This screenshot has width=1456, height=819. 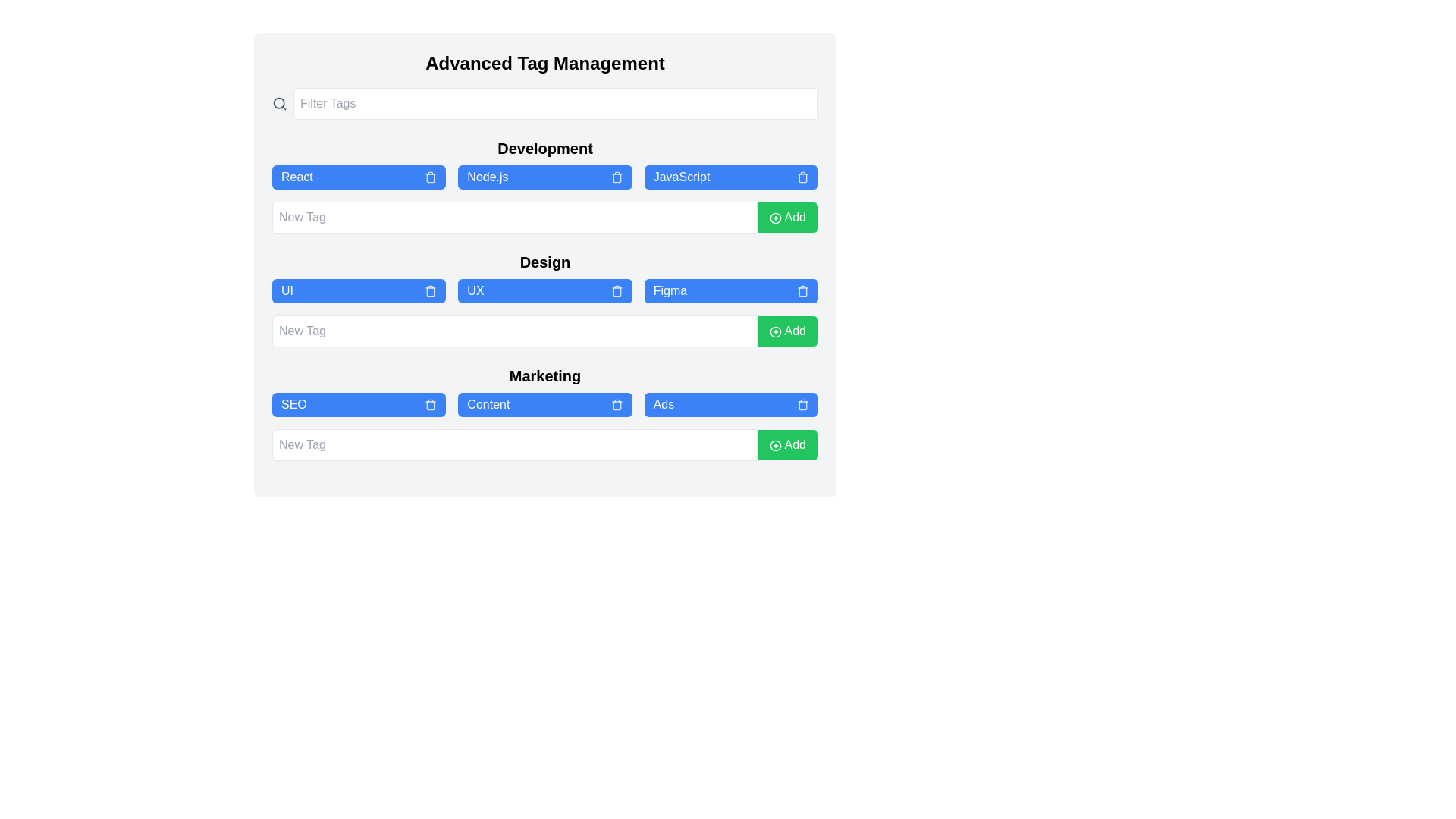 I want to click on the trash can icon button located in the 'Design' category, which is positioned to the right of the 'UX' label, so click(x=617, y=291).